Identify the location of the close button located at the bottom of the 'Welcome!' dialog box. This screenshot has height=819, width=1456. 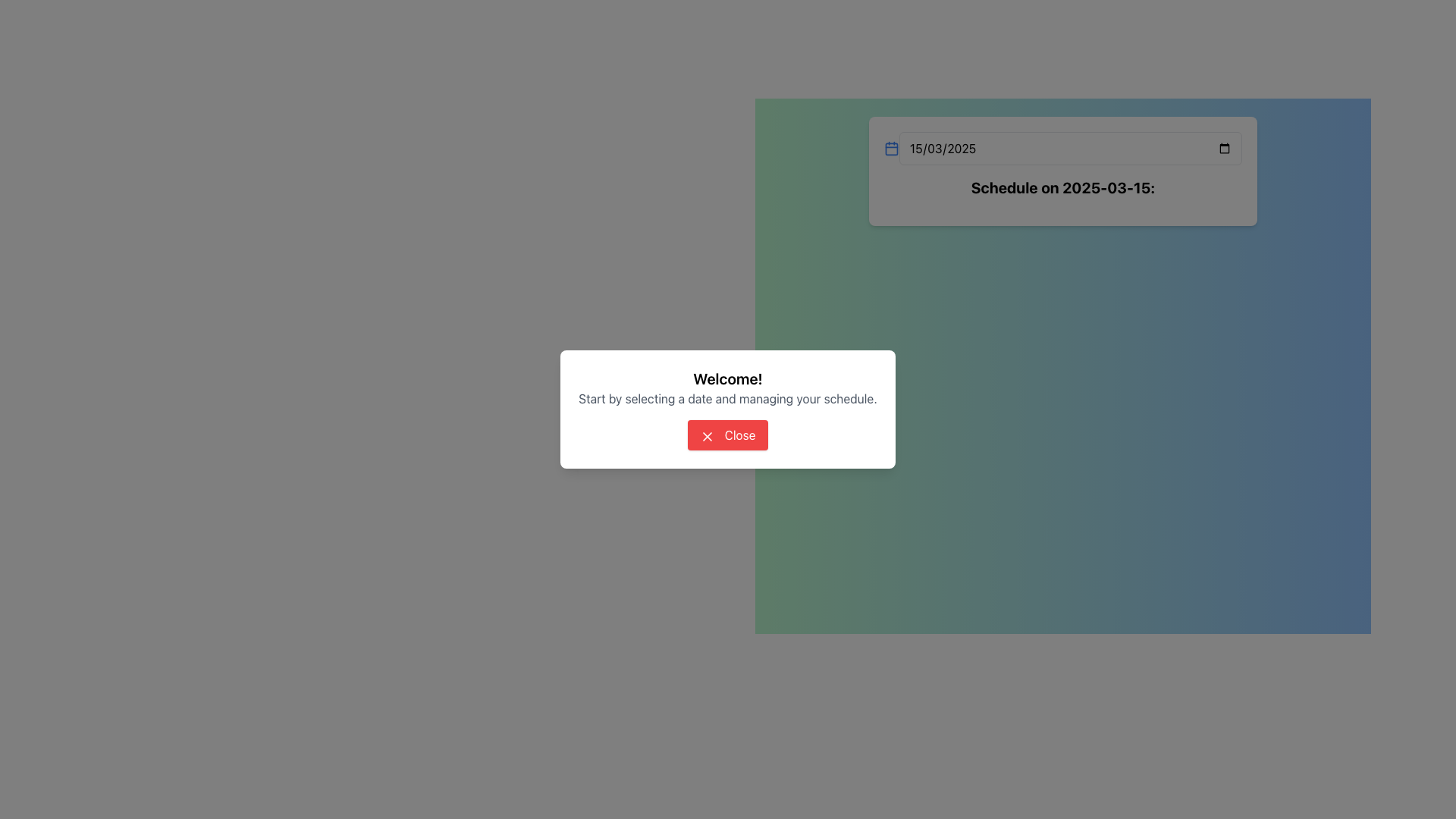
(728, 435).